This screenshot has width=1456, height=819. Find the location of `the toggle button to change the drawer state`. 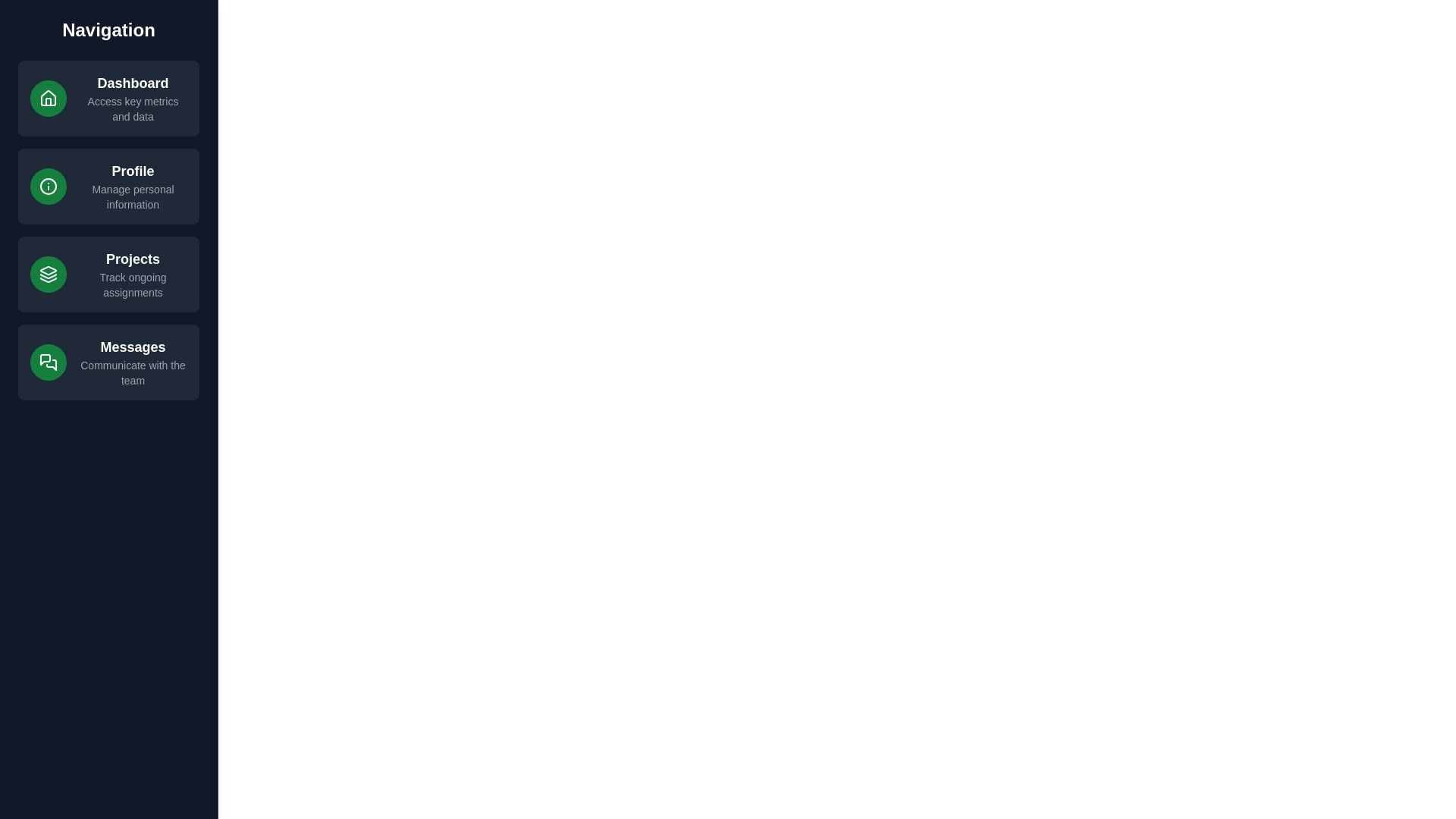

the toggle button to change the drawer state is located at coordinates (33, 33).